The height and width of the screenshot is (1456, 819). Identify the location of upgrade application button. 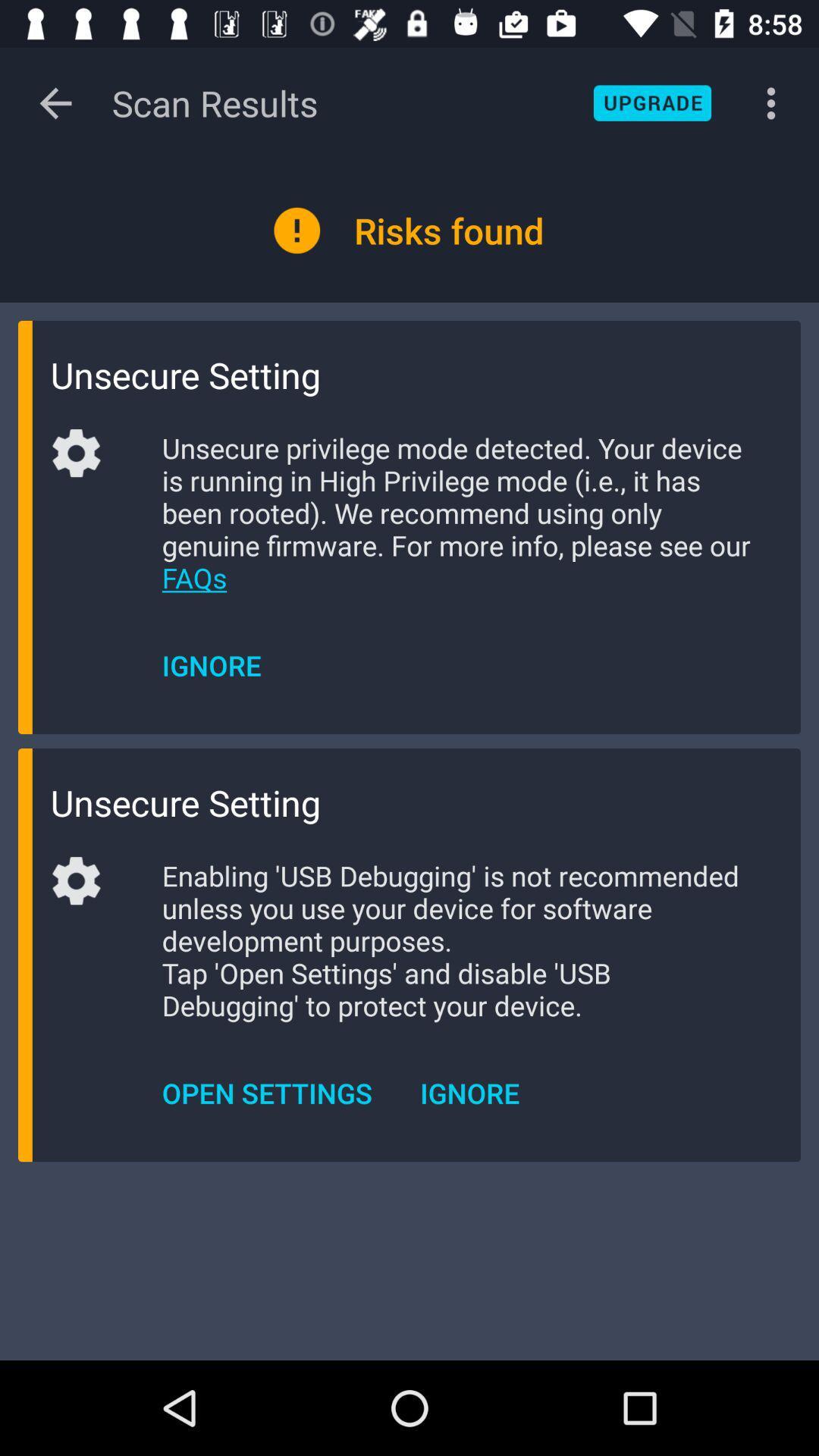
(651, 102).